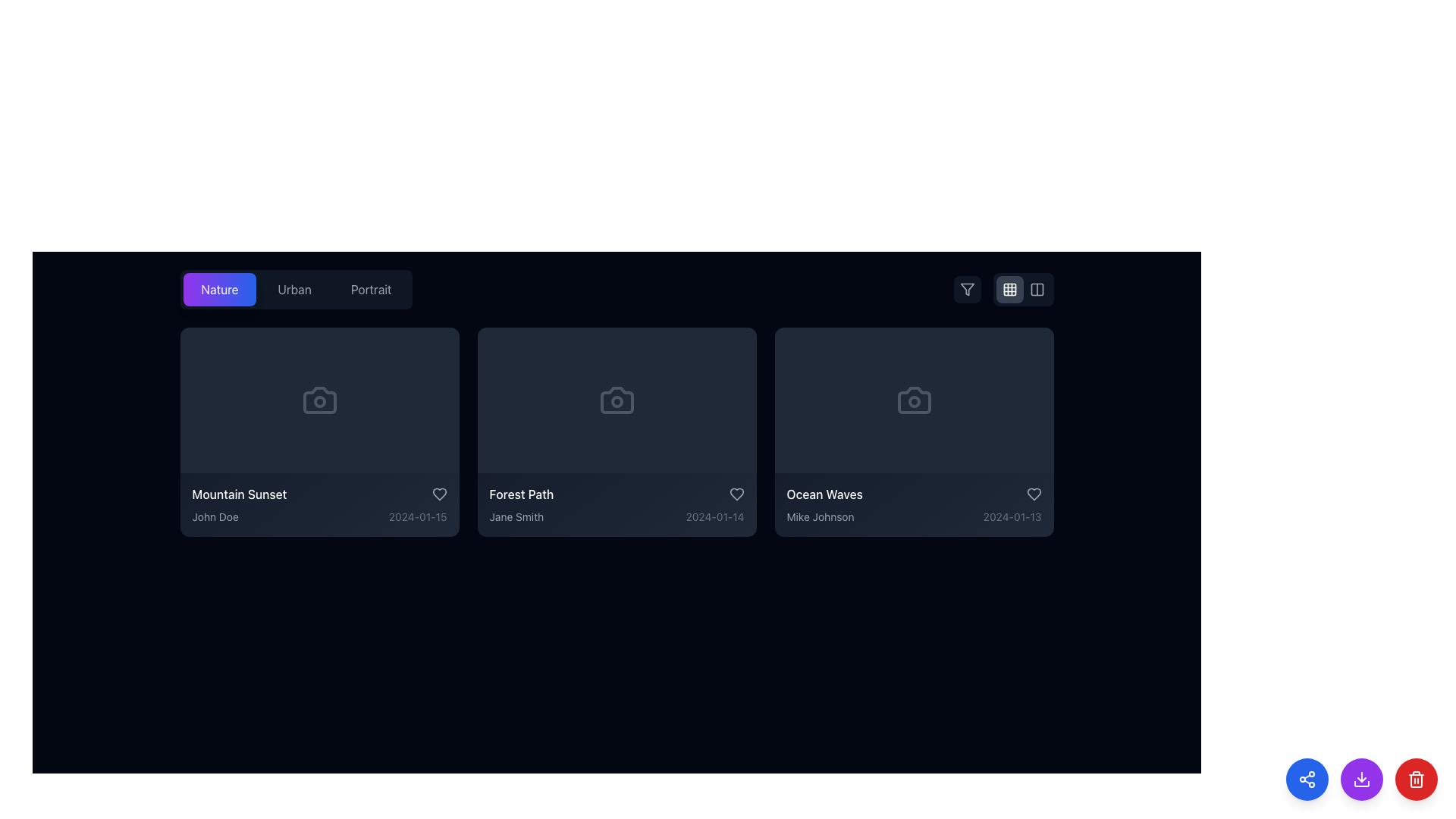 The image size is (1456, 819). Describe the element at coordinates (913, 505) in the screenshot. I see `the third card` at that location.